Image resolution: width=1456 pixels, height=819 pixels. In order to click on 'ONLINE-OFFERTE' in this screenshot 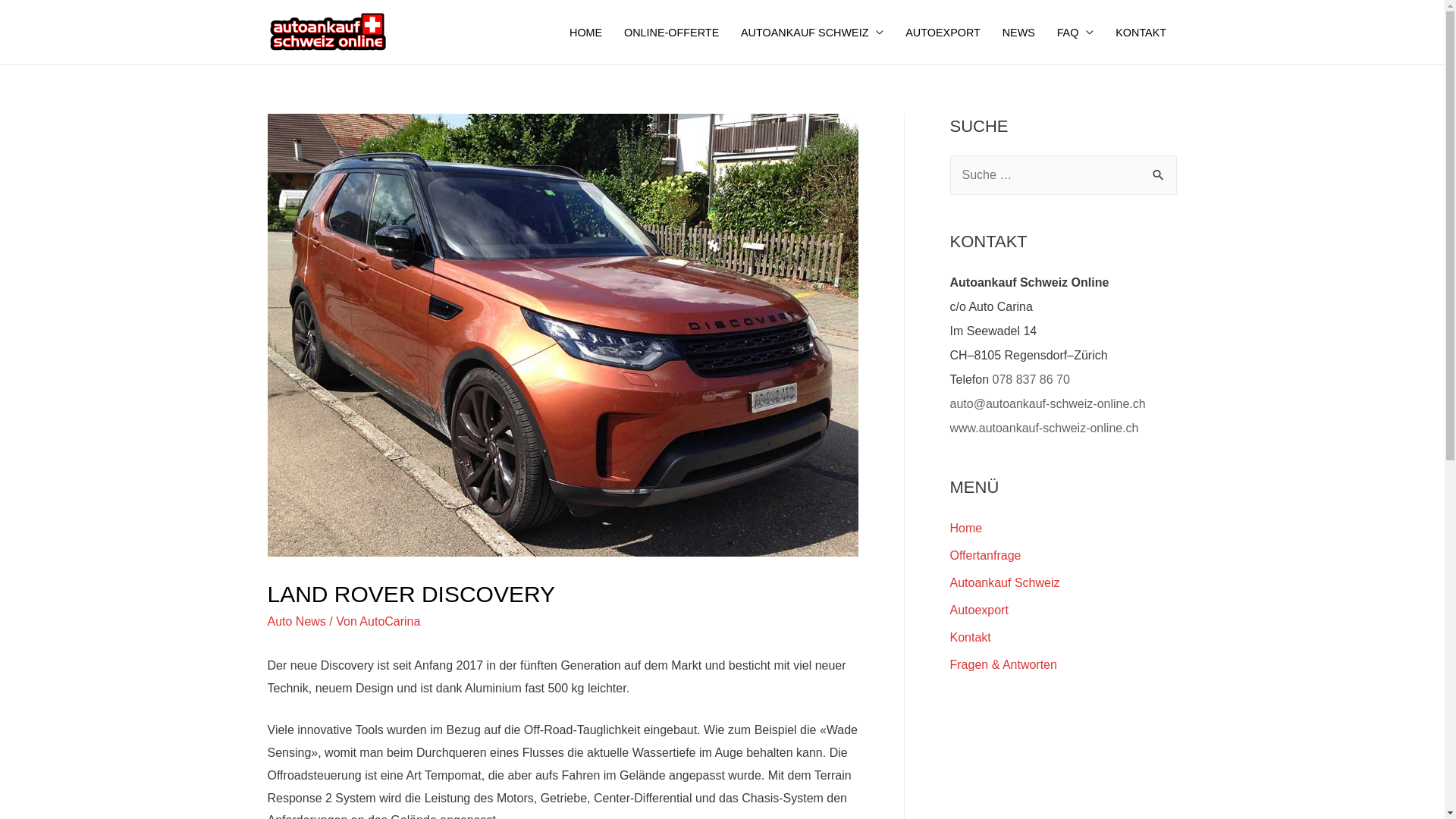, I will do `click(671, 32)`.